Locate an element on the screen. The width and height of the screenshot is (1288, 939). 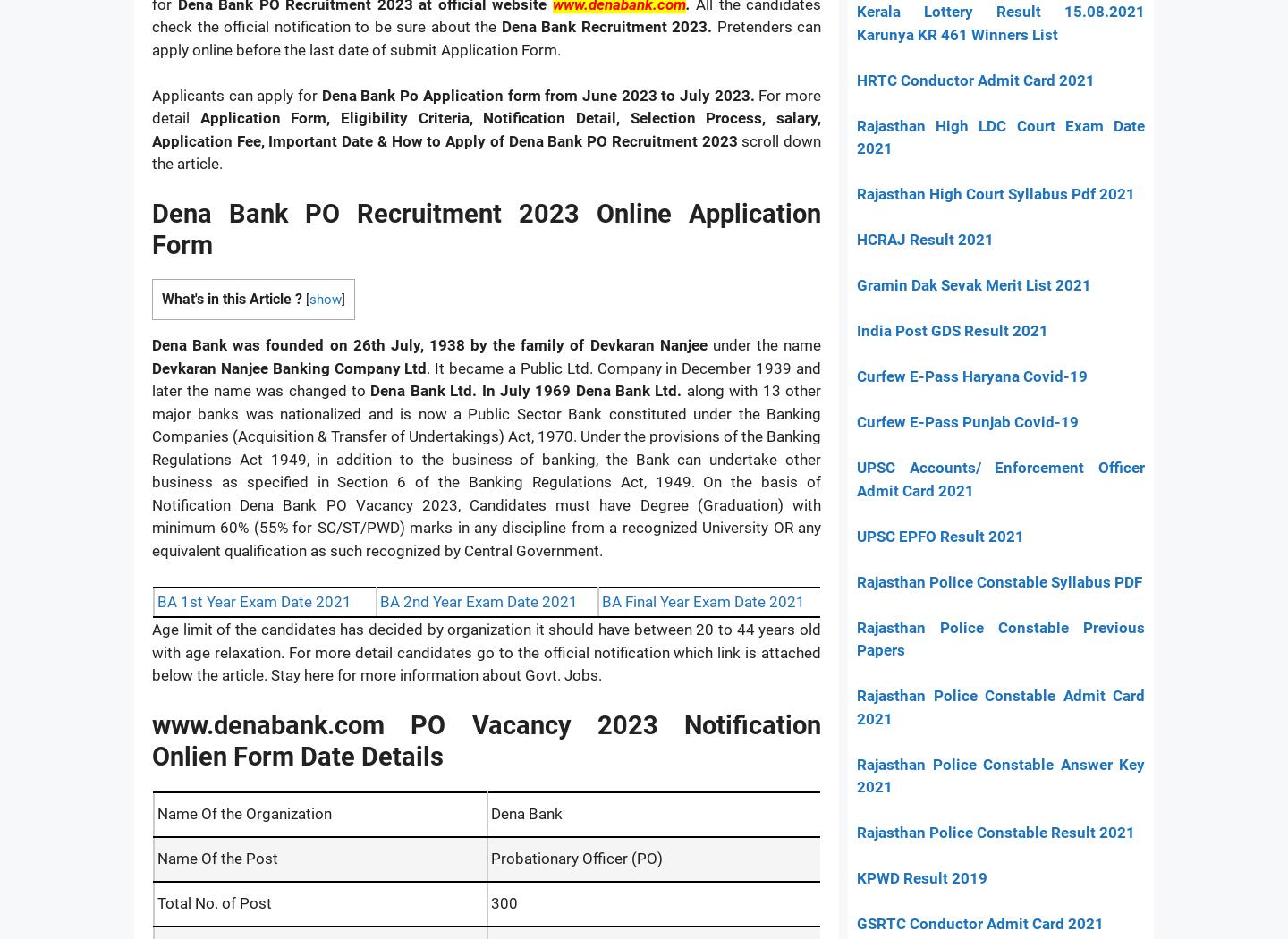
'Dena Bank' is located at coordinates (525, 812).